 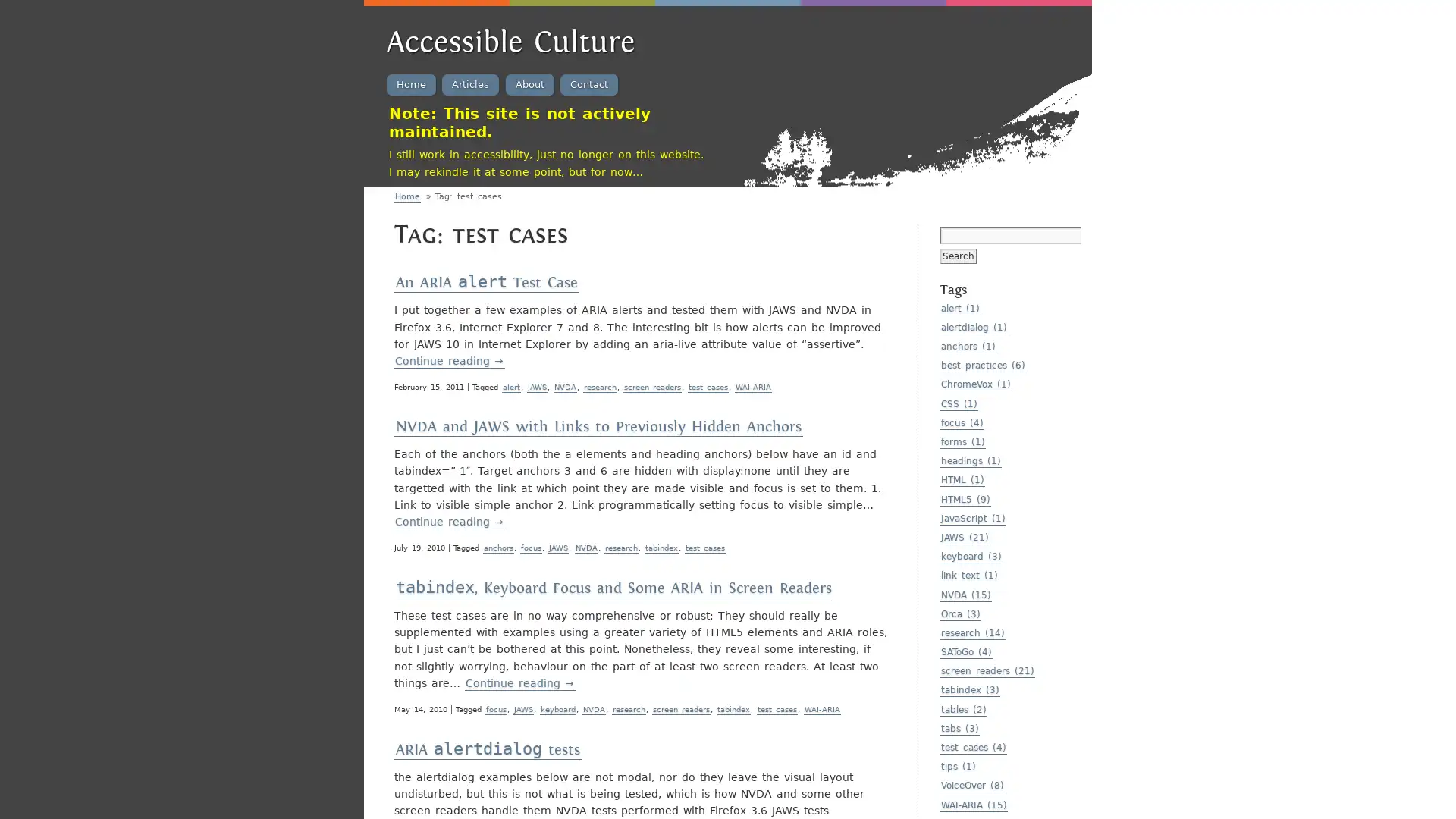 What do you see at coordinates (957, 256) in the screenshot?
I see `Search` at bounding box center [957, 256].